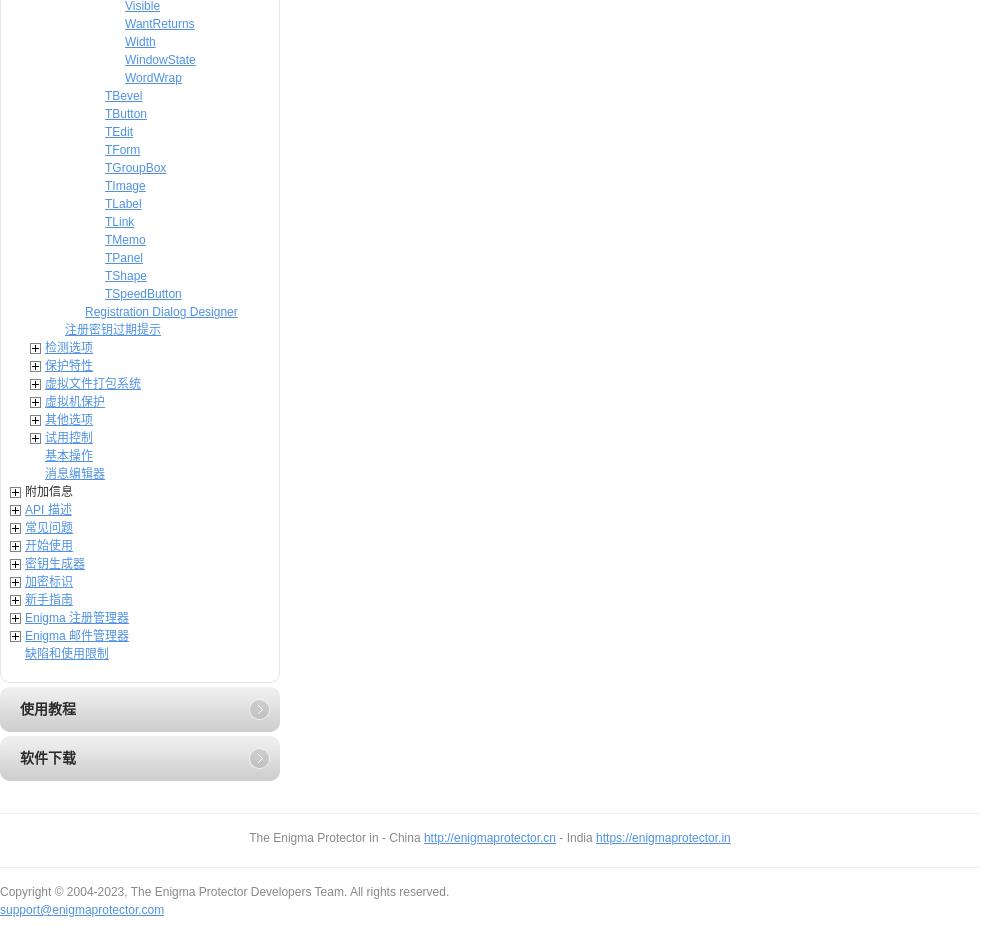 Image resolution: width=1000 pixels, height=938 pixels. I want to click on 'Copyright © 2004-2023, The Enigma Protector Developers Team. All rights reserved.', so click(223, 892).